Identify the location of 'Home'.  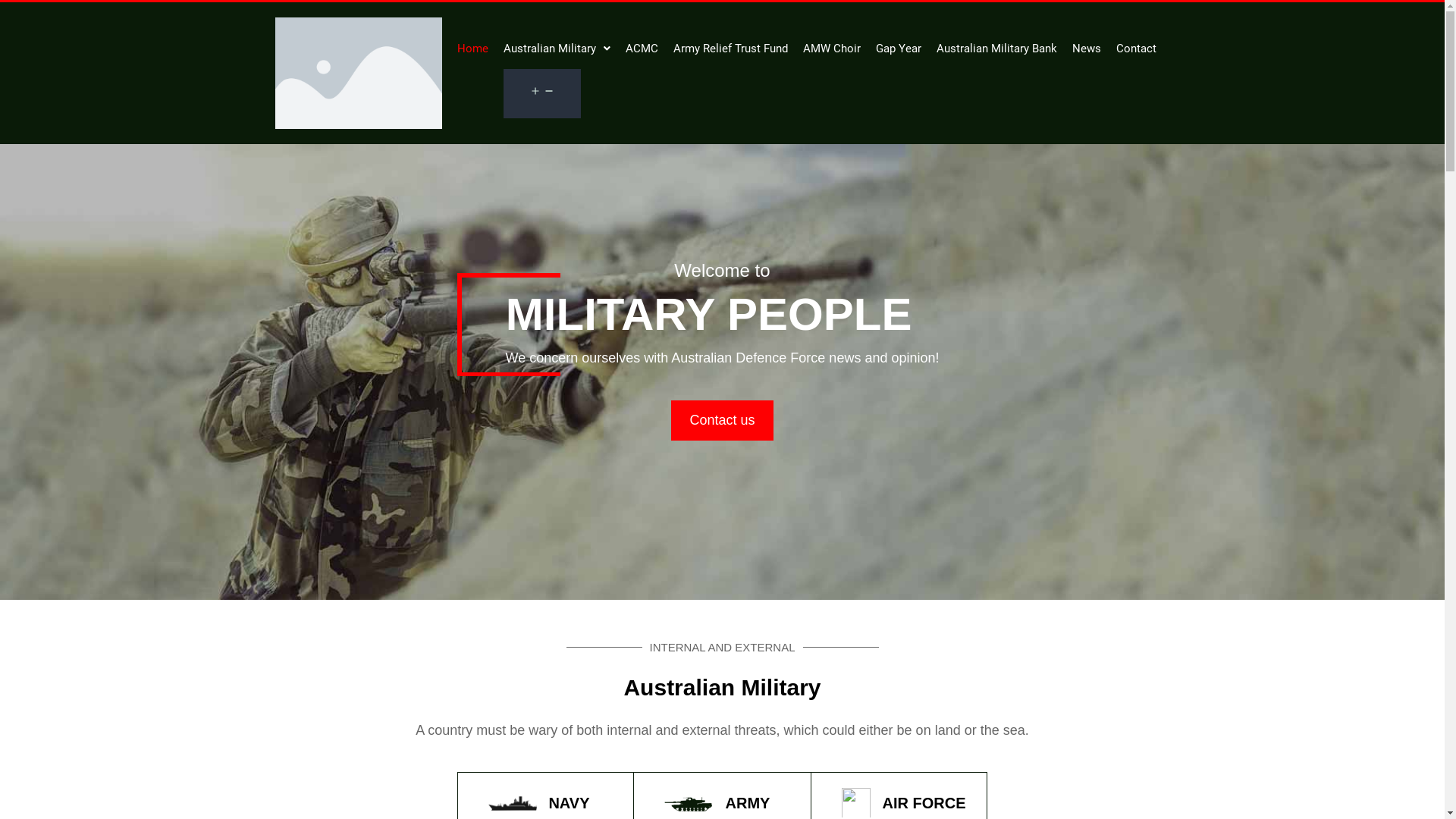
(471, 48).